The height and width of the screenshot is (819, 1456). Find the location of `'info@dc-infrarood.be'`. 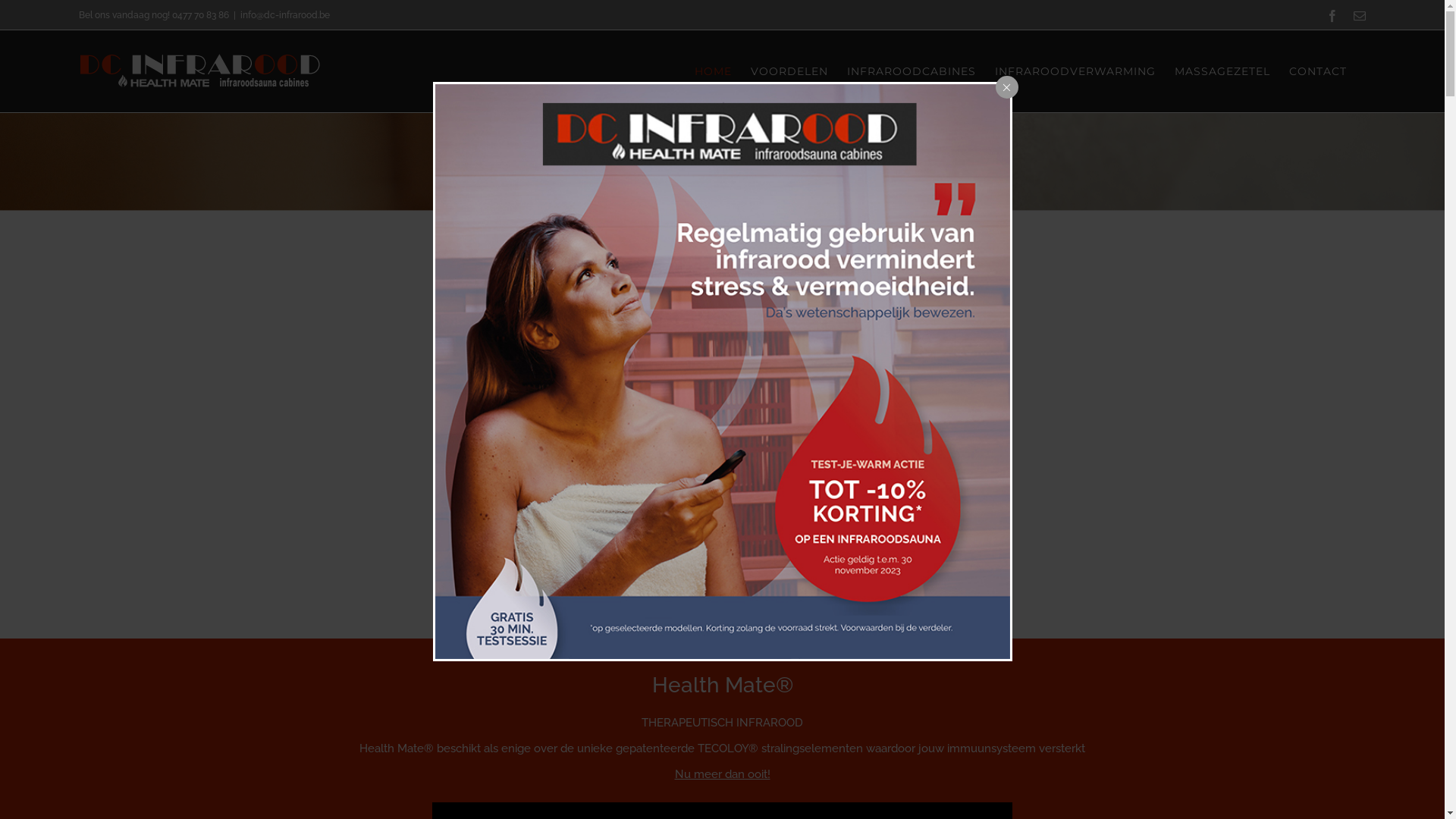

'info@dc-infrarood.be' is located at coordinates (284, 14).